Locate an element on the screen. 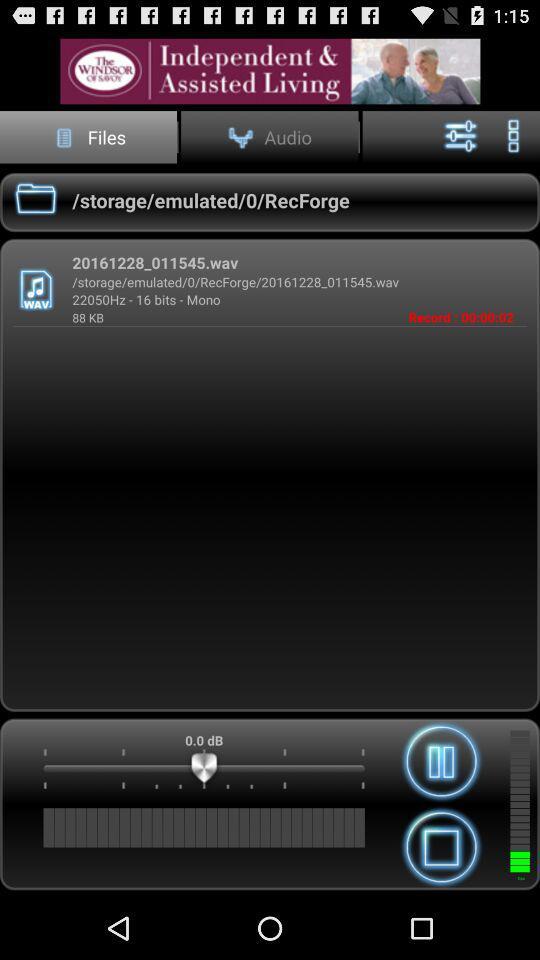 The image size is (540, 960). the sliders icon is located at coordinates (461, 144).